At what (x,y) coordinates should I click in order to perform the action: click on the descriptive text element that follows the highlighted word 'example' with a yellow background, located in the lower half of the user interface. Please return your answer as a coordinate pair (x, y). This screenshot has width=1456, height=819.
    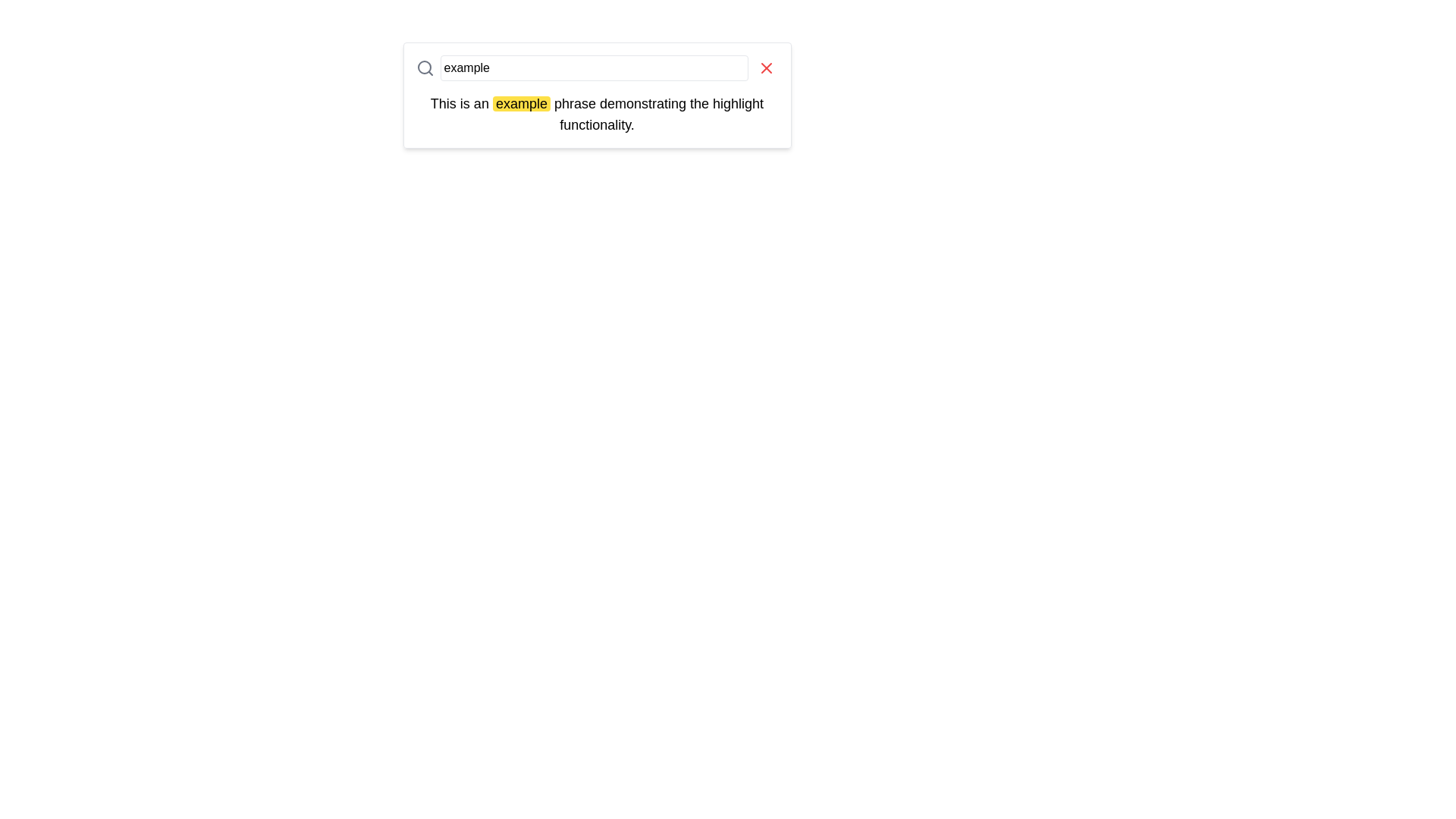
    Looking at the image, I should click on (657, 113).